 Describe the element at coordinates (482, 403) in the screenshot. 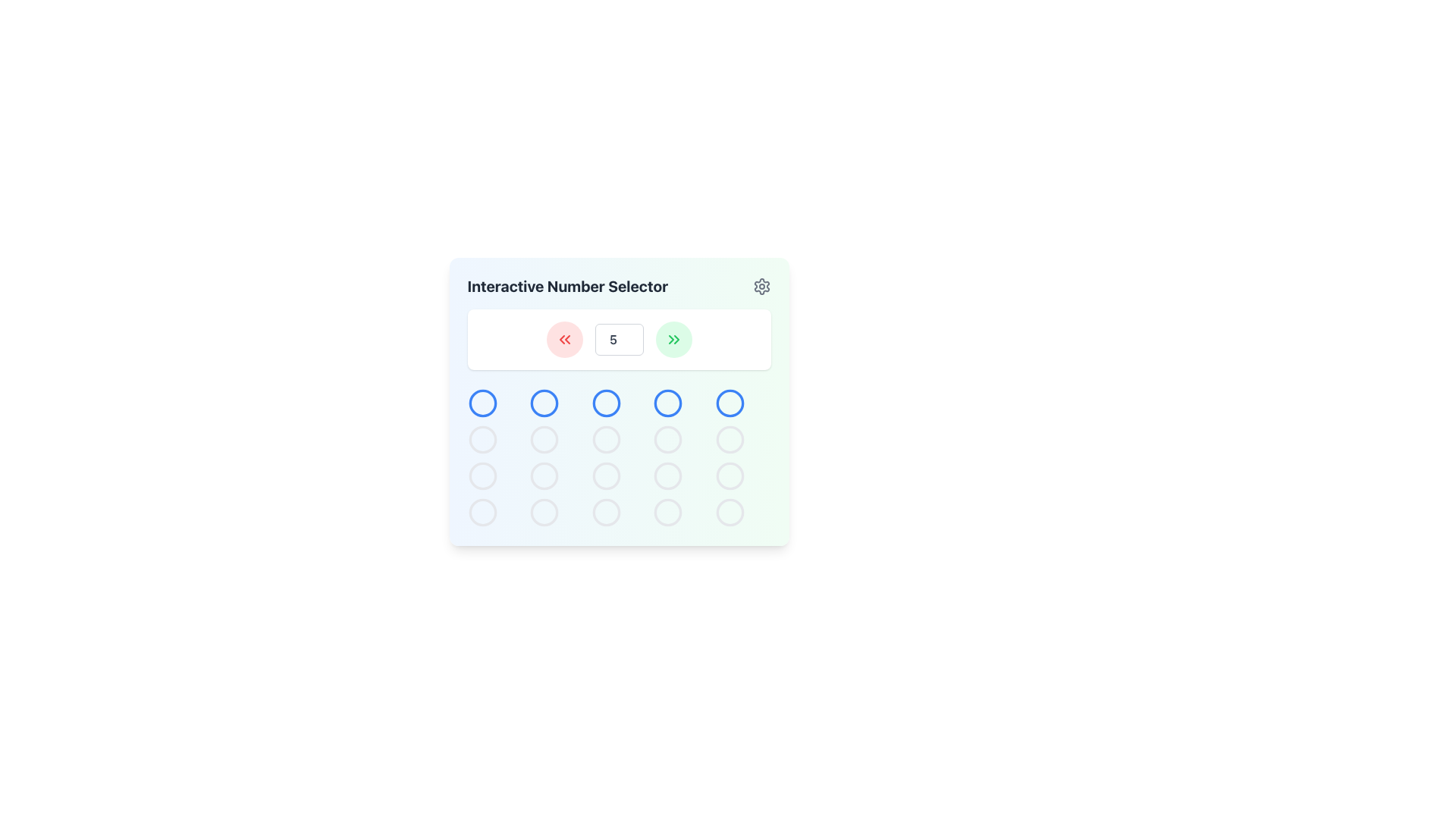

I see `the circular element in the first column and first row of the grid layout, which is part of the 'Interactive Number Selector' interface, located below the box showing the number '5'` at that location.